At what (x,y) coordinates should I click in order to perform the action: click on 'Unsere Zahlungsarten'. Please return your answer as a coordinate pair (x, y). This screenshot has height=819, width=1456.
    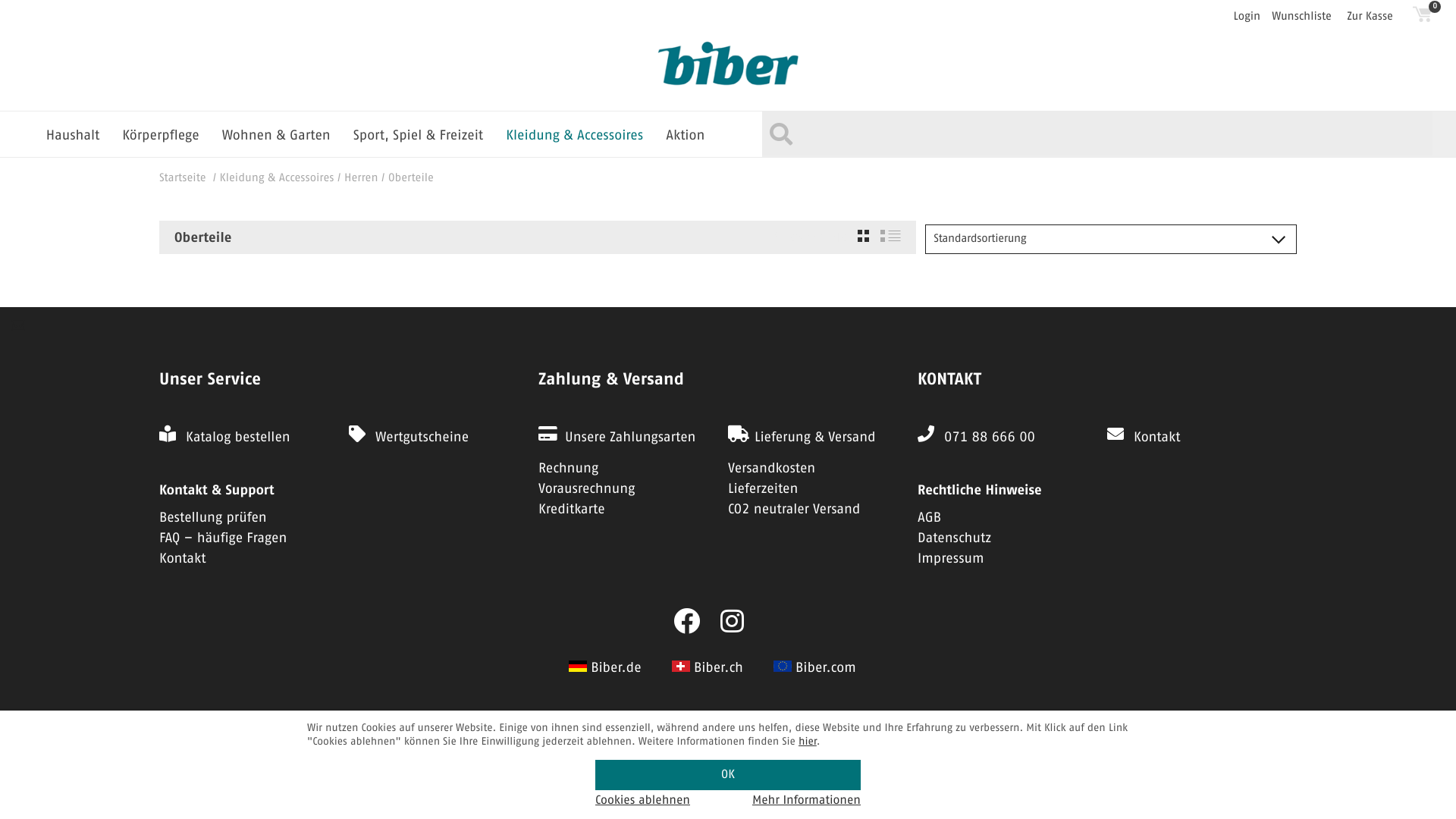
    Looking at the image, I should click on (630, 438).